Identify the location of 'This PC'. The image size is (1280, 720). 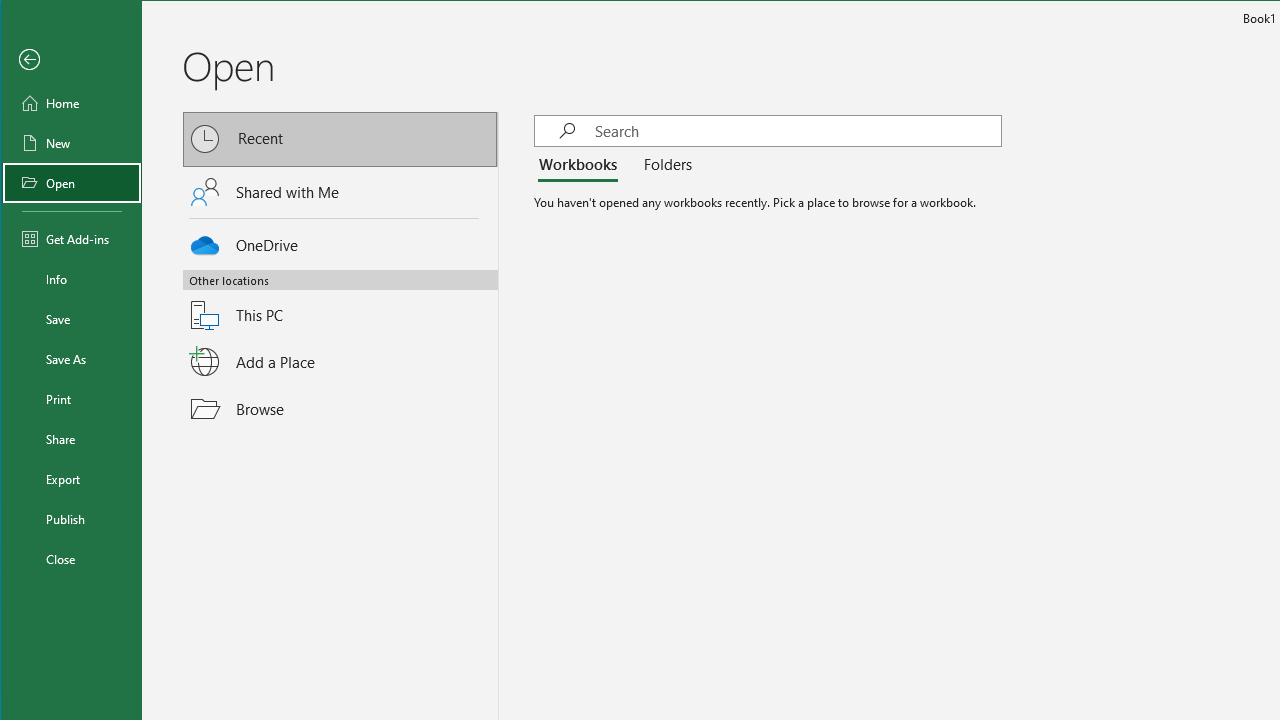
(341, 303).